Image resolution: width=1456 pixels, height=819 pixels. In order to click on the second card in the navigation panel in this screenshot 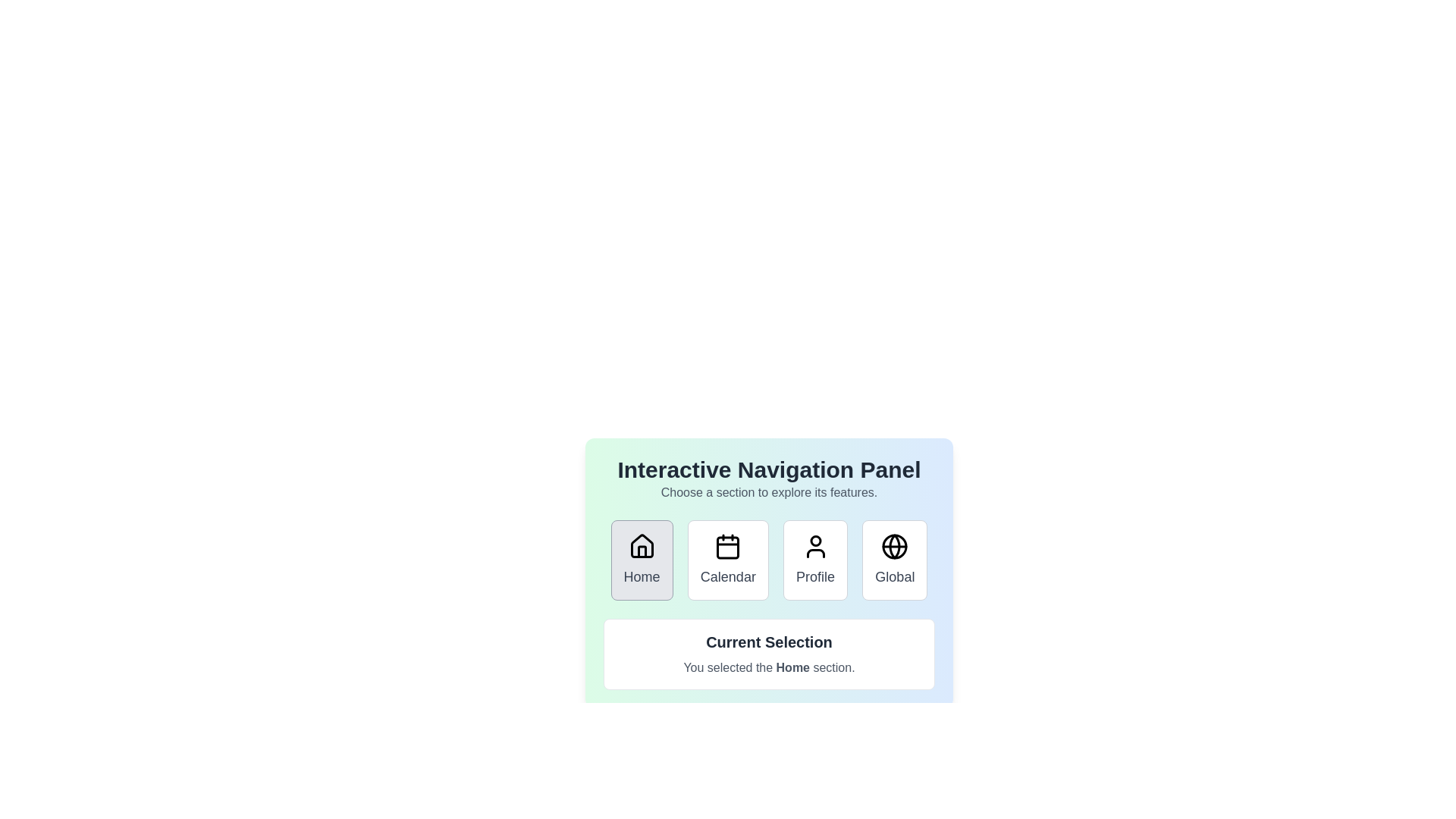, I will do `click(728, 560)`.